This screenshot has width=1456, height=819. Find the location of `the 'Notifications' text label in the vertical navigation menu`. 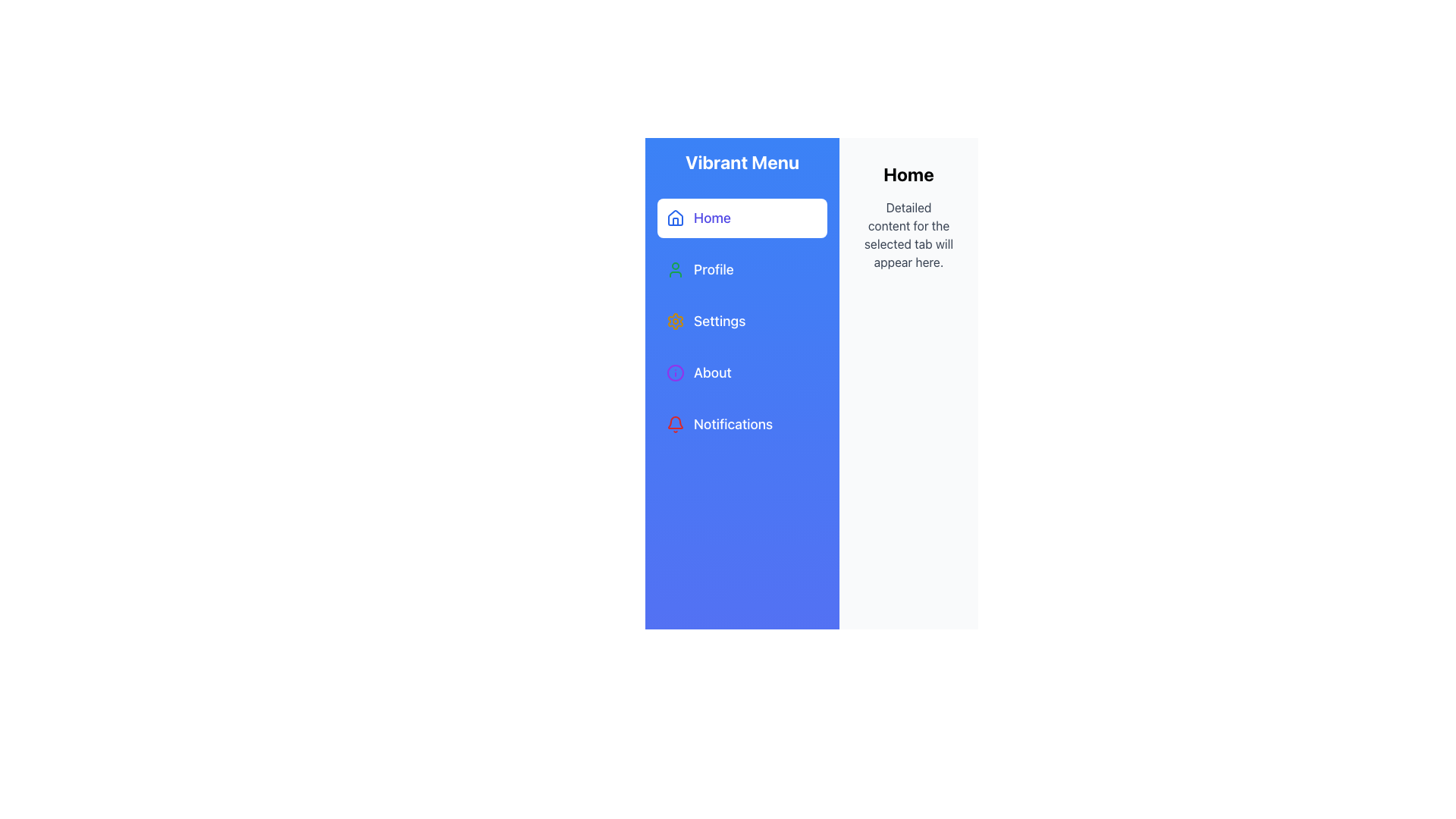

the 'Notifications' text label in the vertical navigation menu is located at coordinates (733, 424).